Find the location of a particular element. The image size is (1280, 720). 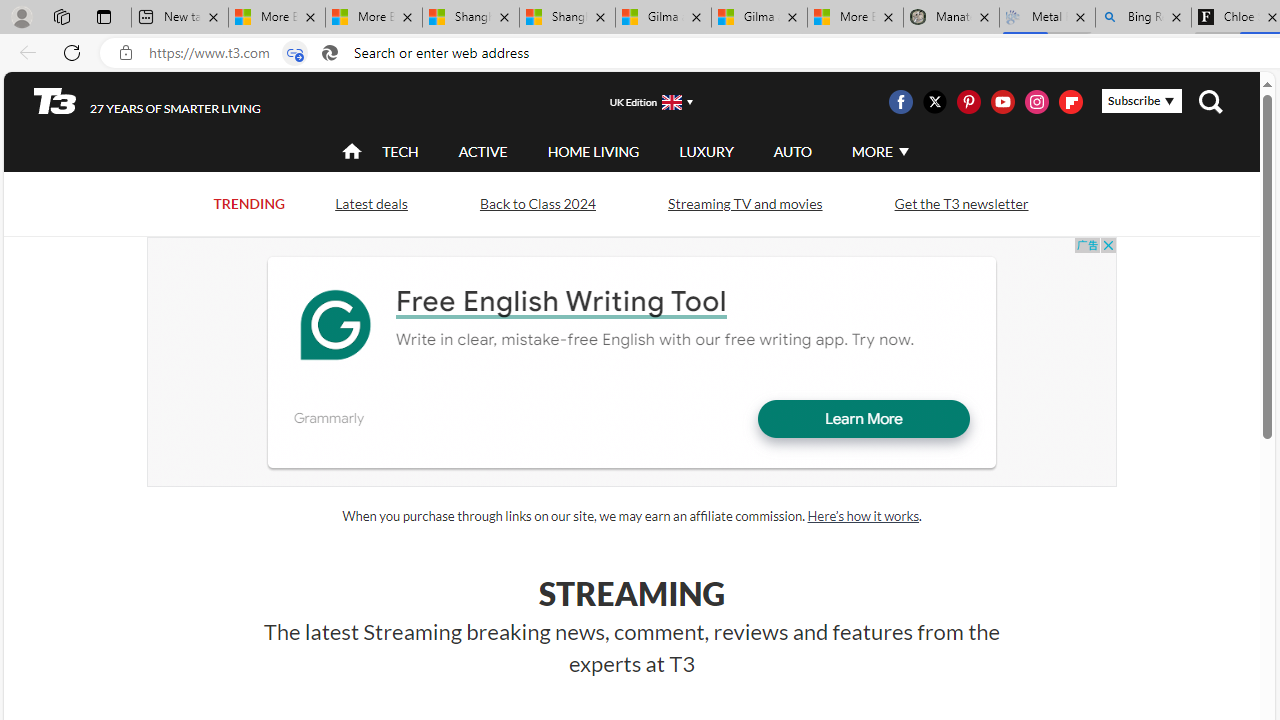

'Visit us on Pintrest' is located at coordinates (968, 101).